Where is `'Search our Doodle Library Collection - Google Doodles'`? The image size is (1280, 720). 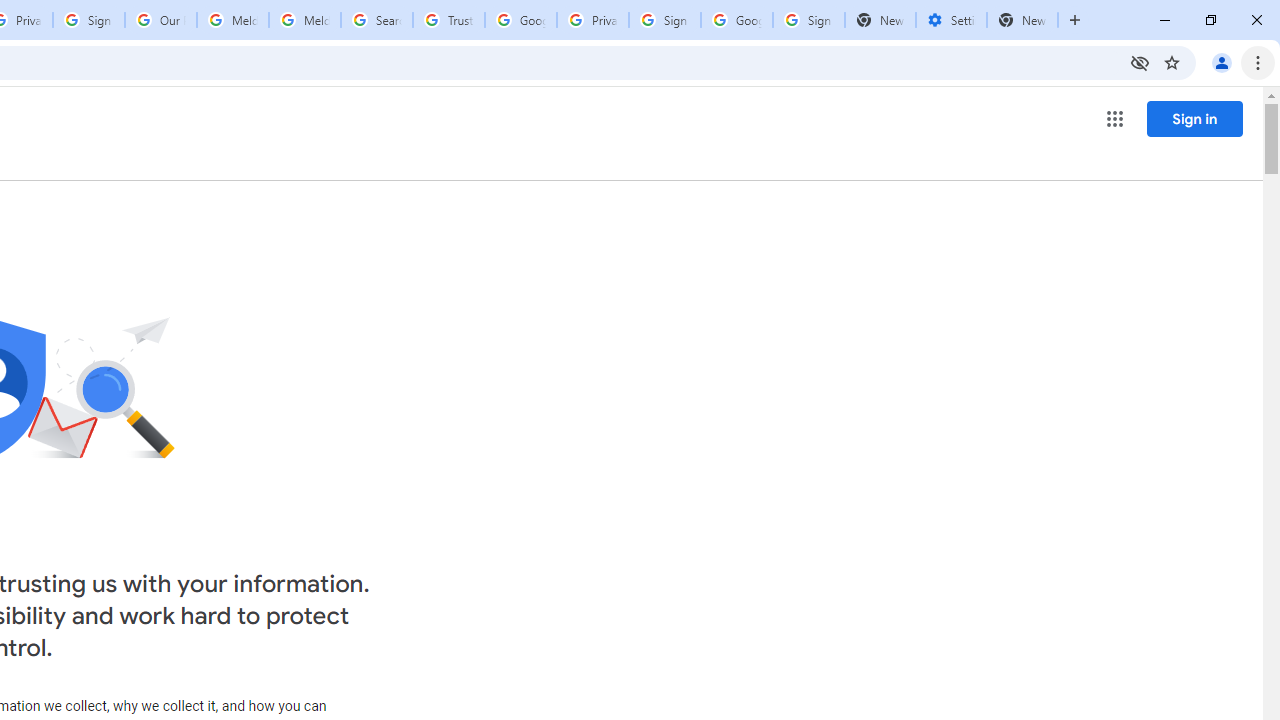
'Search our Doodle Library Collection - Google Doodles' is located at coordinates (376, 20).